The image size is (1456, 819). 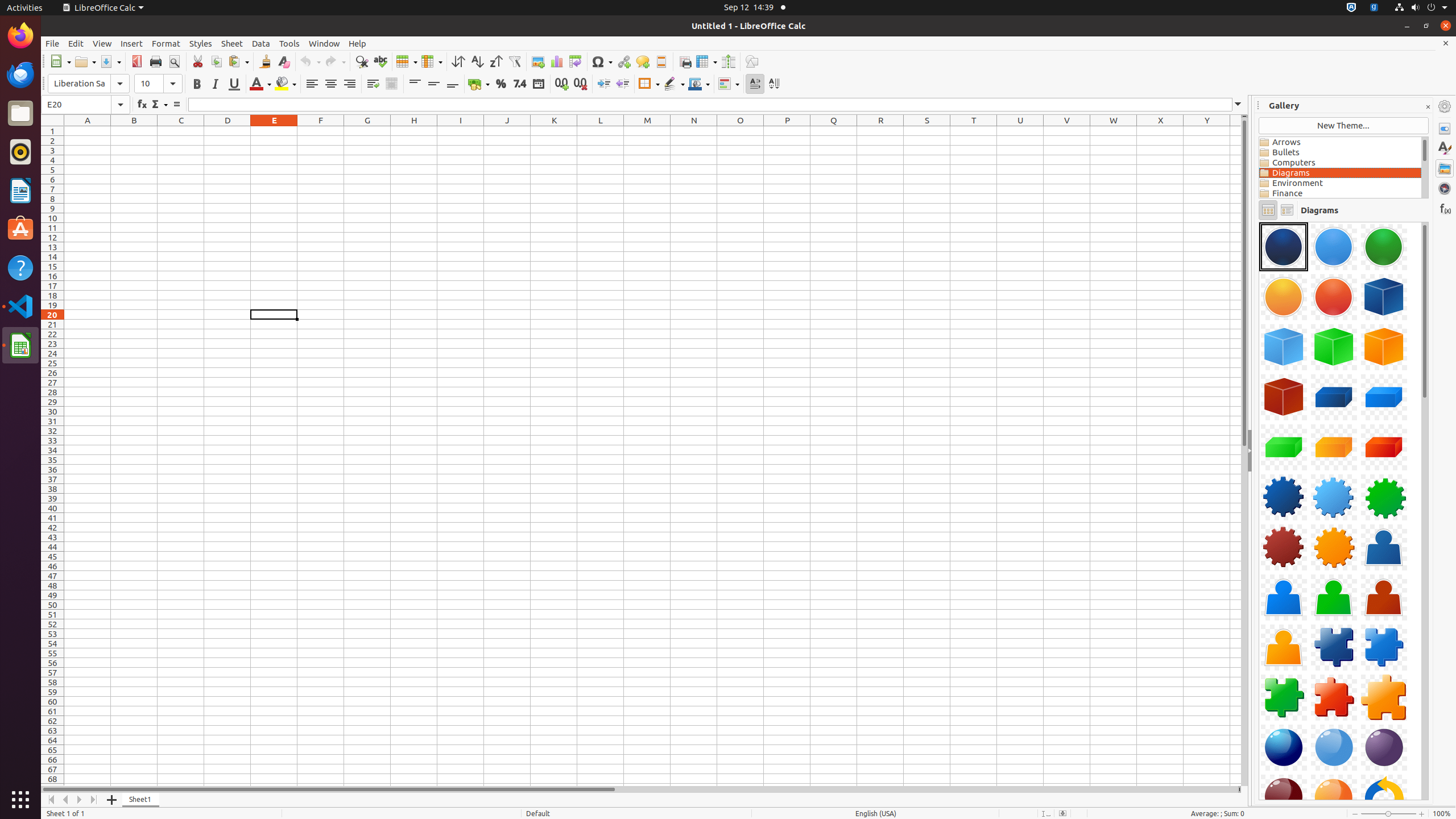 What do you see at coordinates (561, 83) in the screenshot?
I see `'Add Decimal Place'` at bounding box center [561, 83].